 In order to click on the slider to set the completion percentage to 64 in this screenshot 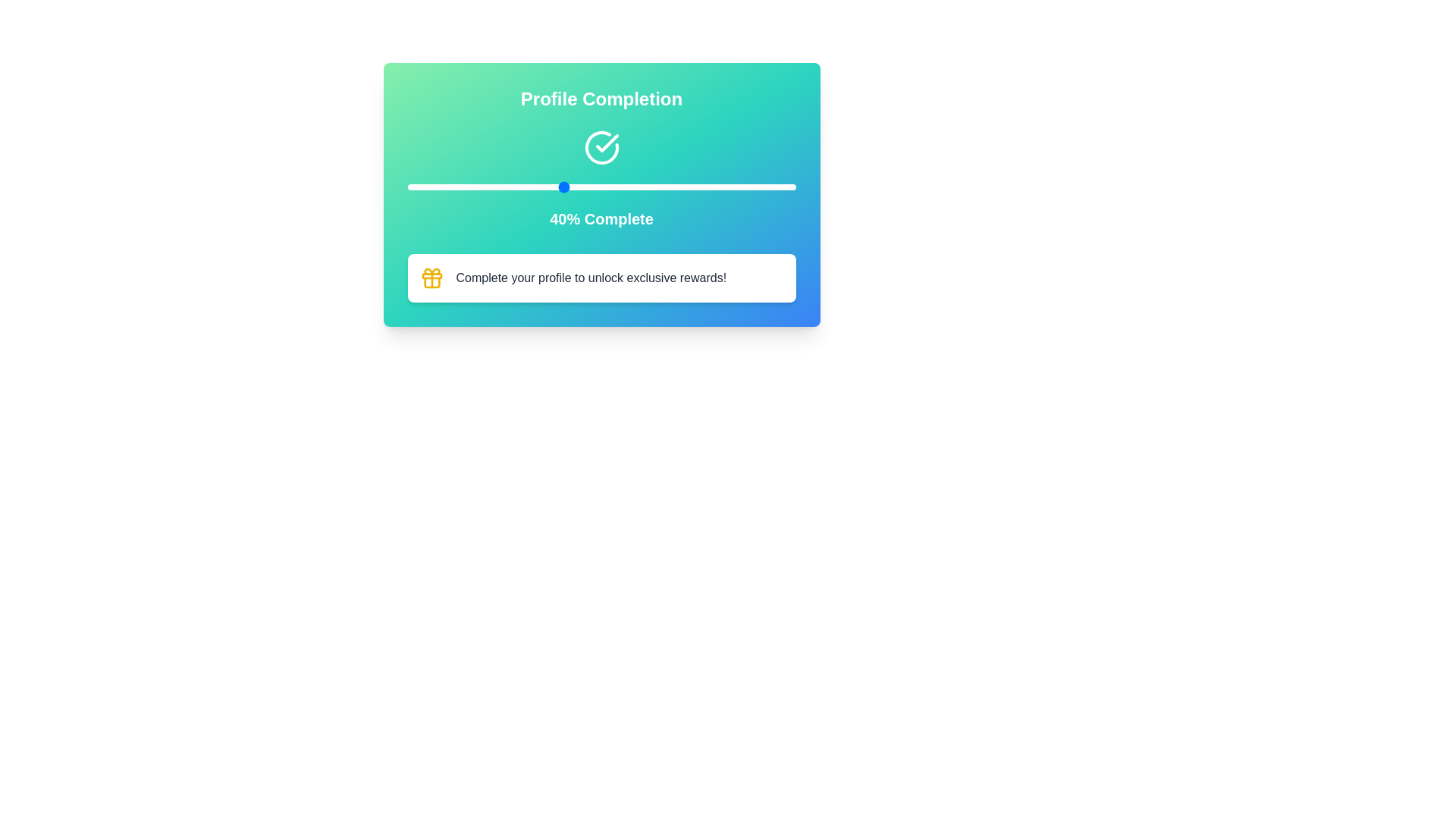, I will do `click(656, 186)`.